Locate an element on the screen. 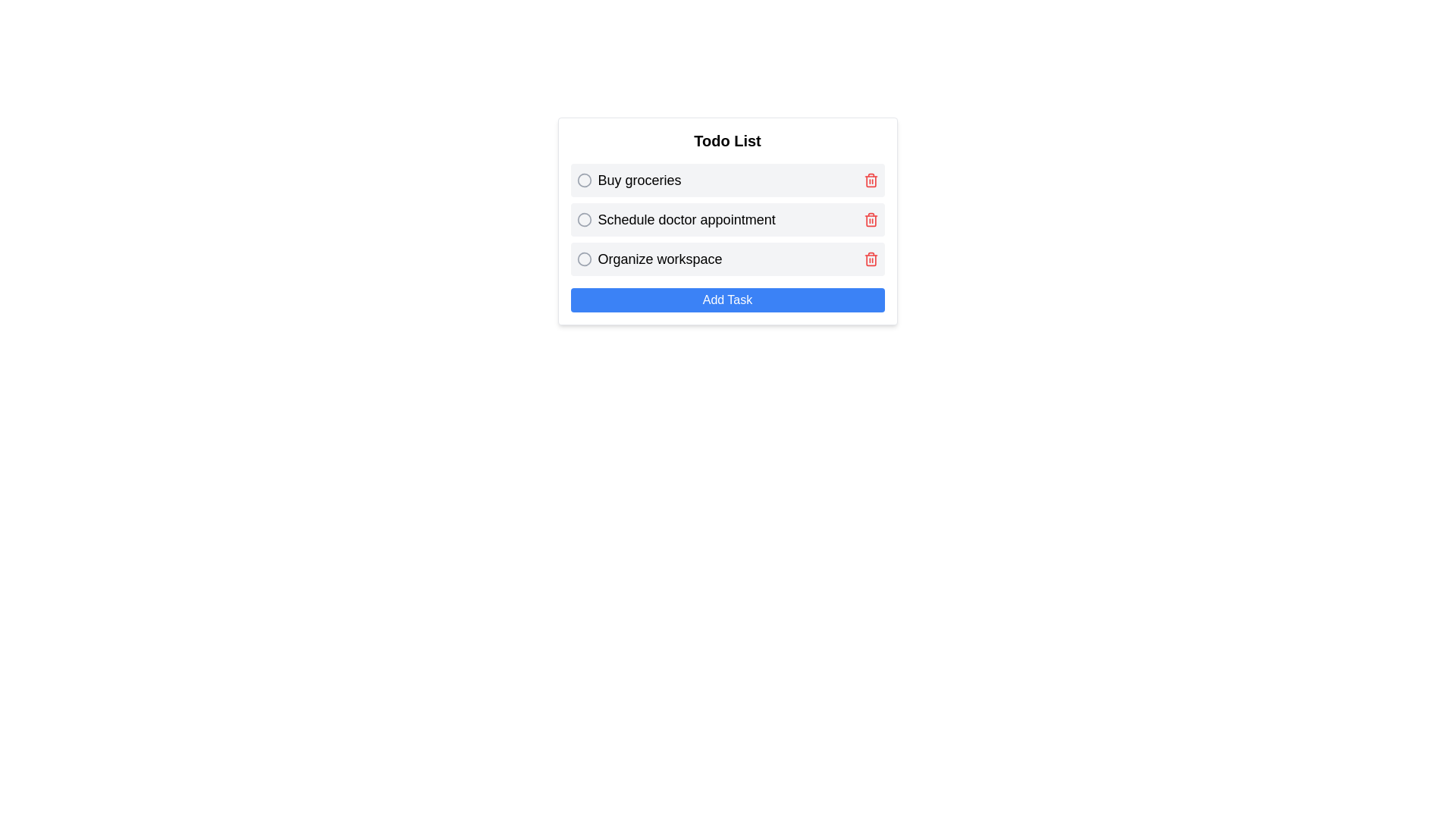 The height and width of the screenshot is (819, 1456). the circular checkbox of the topmost task item labeled 'Buy groceries' in the to-do list to mark it as complete is located at coordinates (726, 180).